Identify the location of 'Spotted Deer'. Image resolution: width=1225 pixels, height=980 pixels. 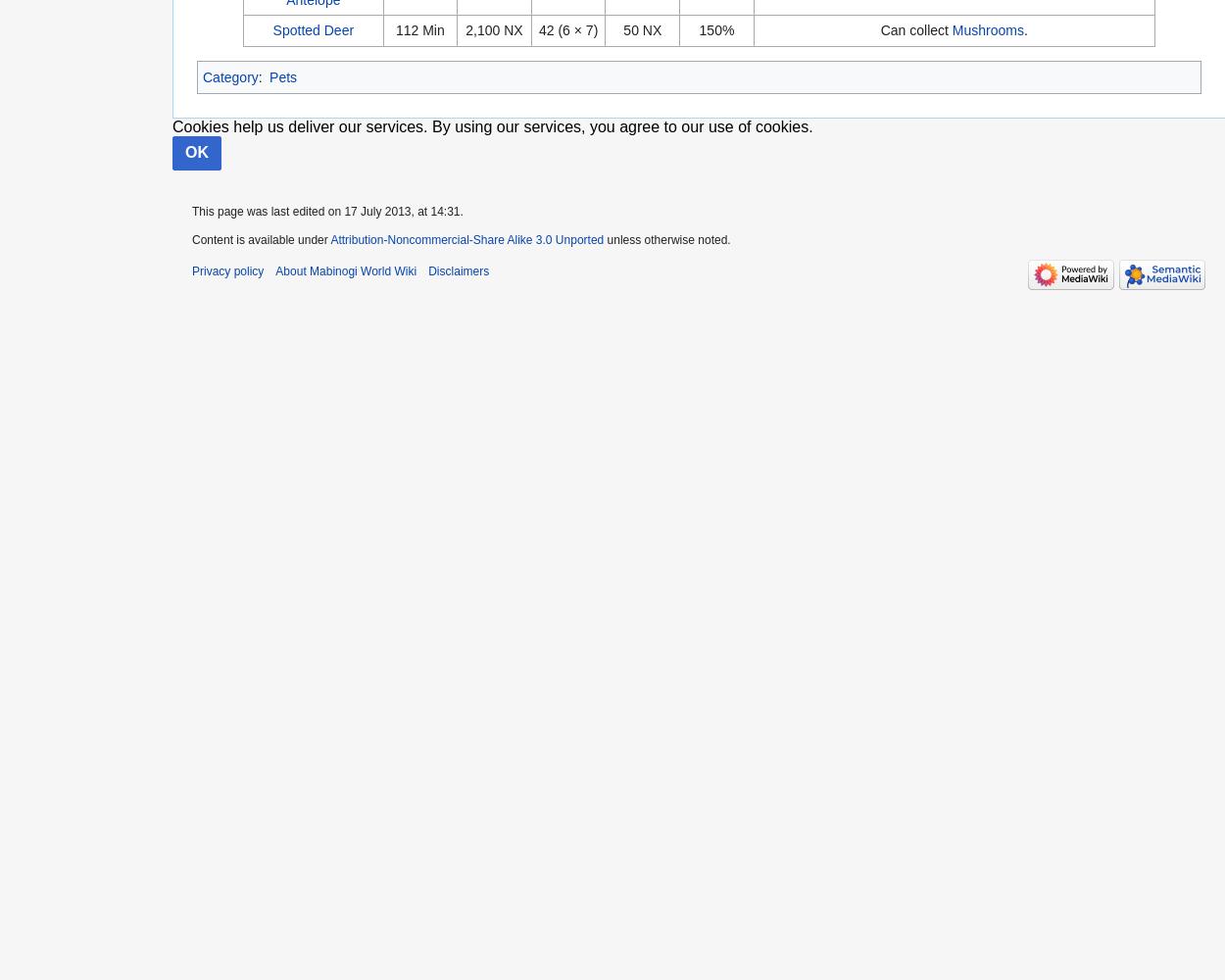
(272, 30).